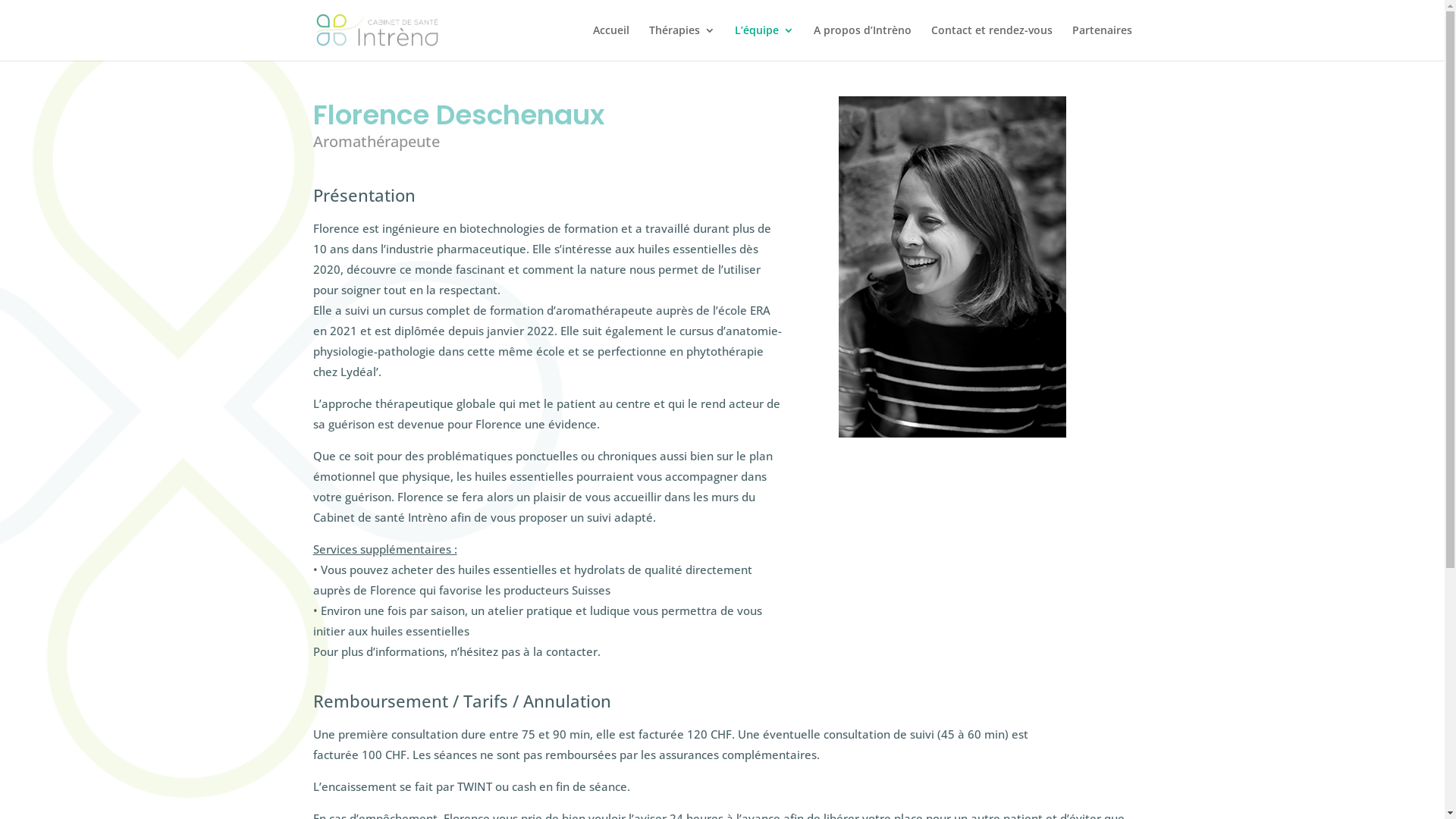  I want to click on 'Accueil', so click(611, 42).